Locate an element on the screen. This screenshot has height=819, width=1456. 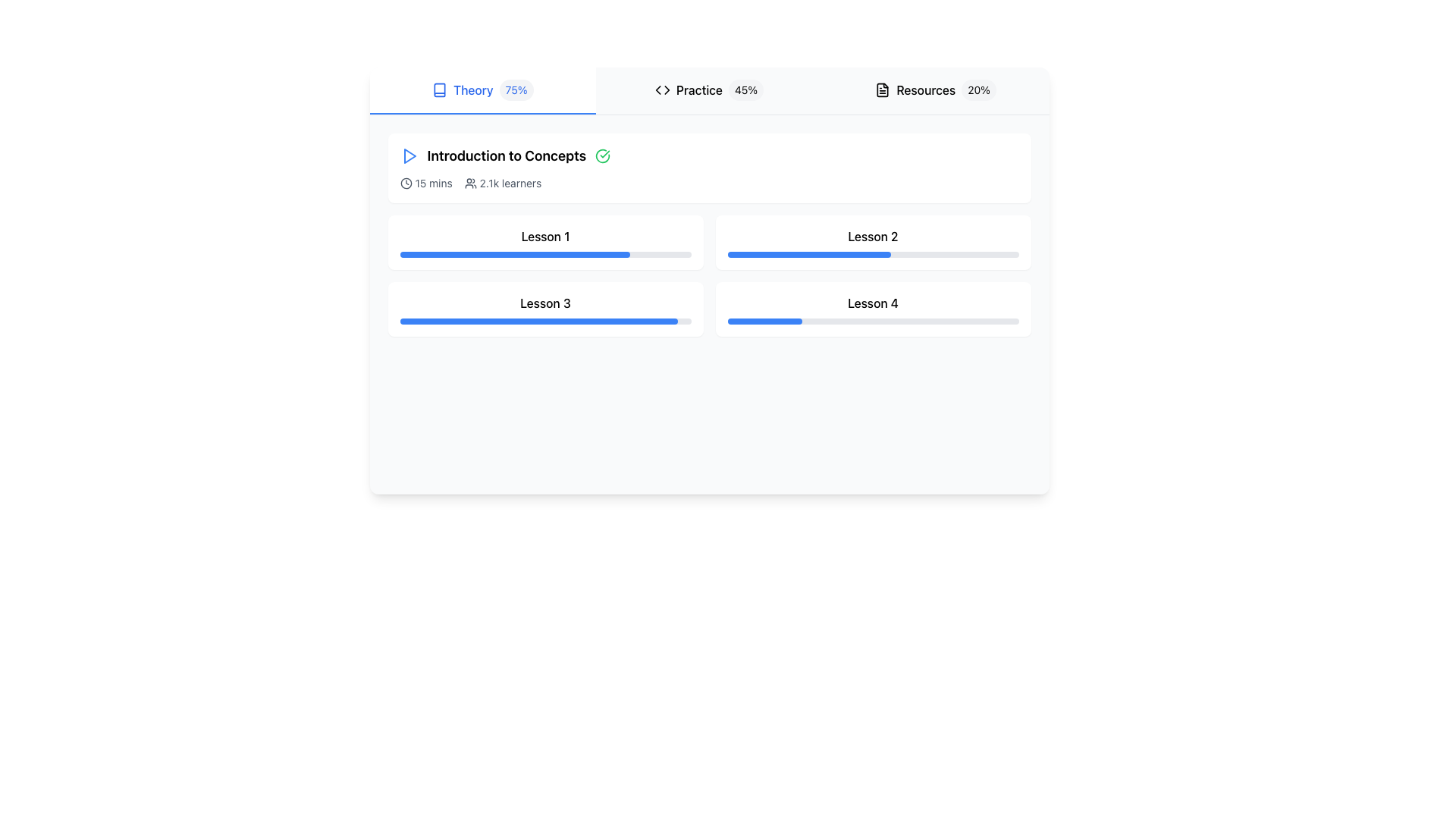
the 'Lesson 1' card, which is a rectangular card with a white background and rounded corners, located in the top-left corner of the grid layout is located at coordinates (545, 242).